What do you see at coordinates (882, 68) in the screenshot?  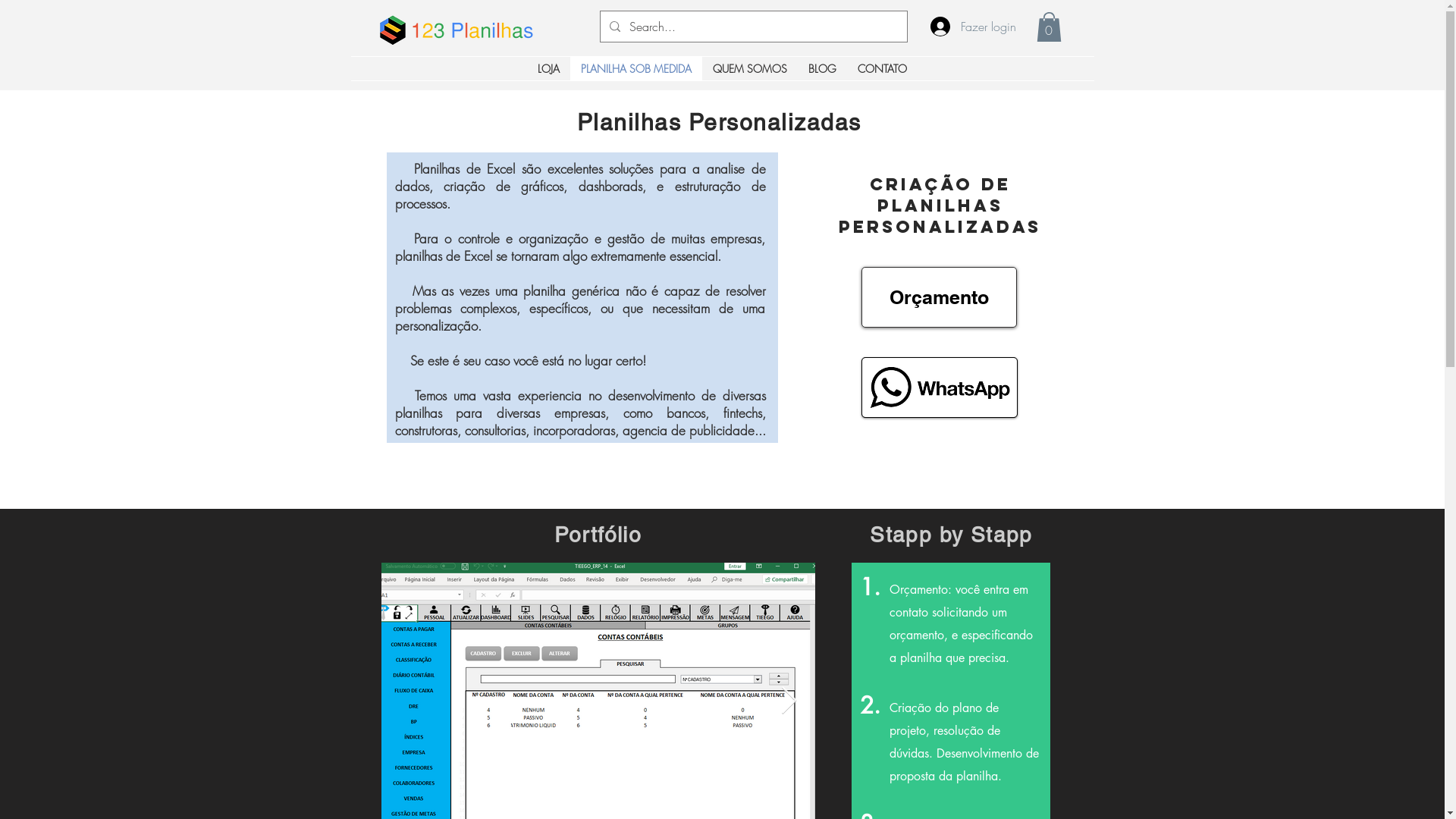 I see `'CONTATO'` at bounding box center [882, 68].